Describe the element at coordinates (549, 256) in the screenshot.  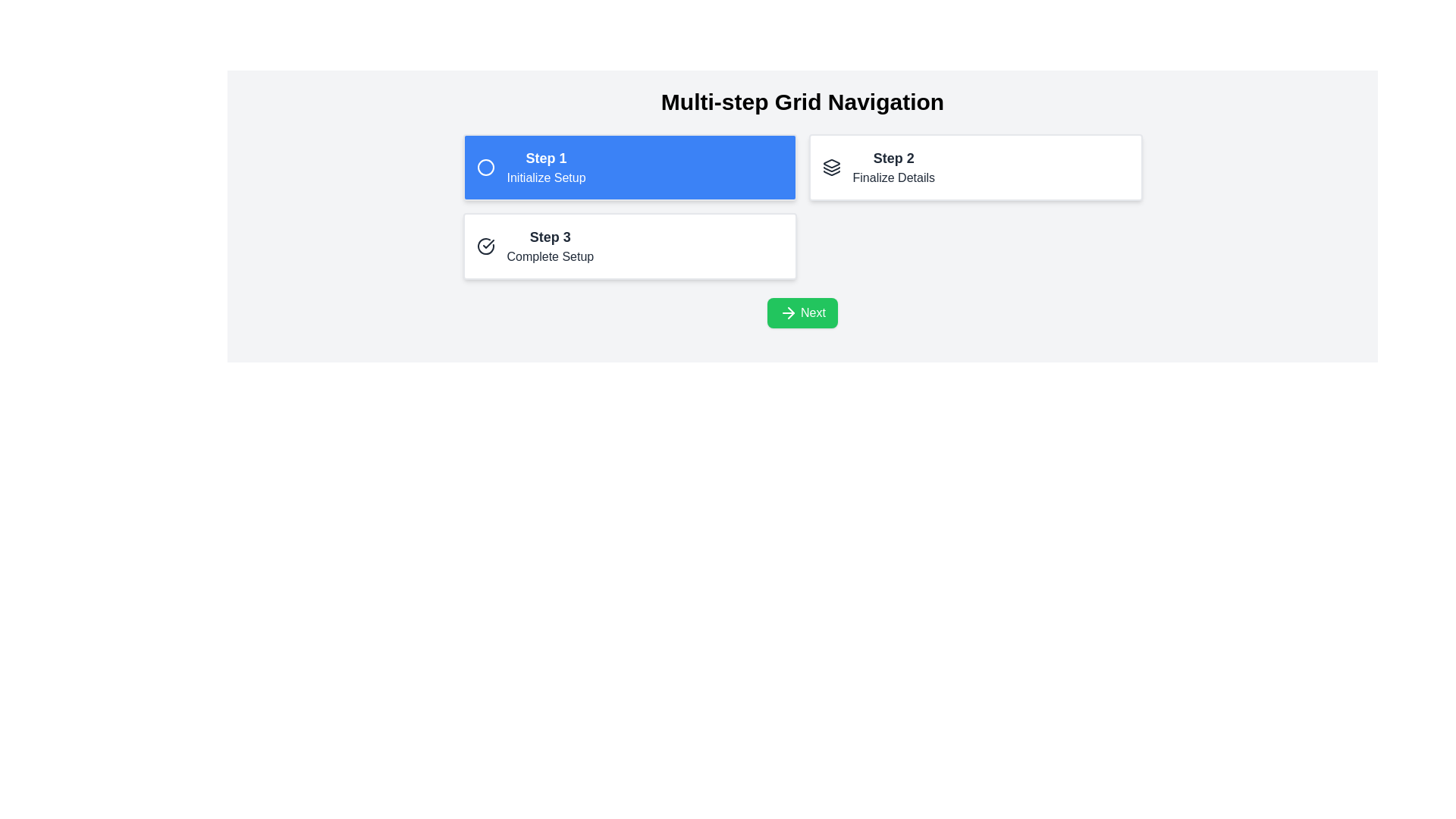
I see `text label displaying 'Complete Setup' which is positioned under the 'Step 3' header in the multi-step process interface` at that location.